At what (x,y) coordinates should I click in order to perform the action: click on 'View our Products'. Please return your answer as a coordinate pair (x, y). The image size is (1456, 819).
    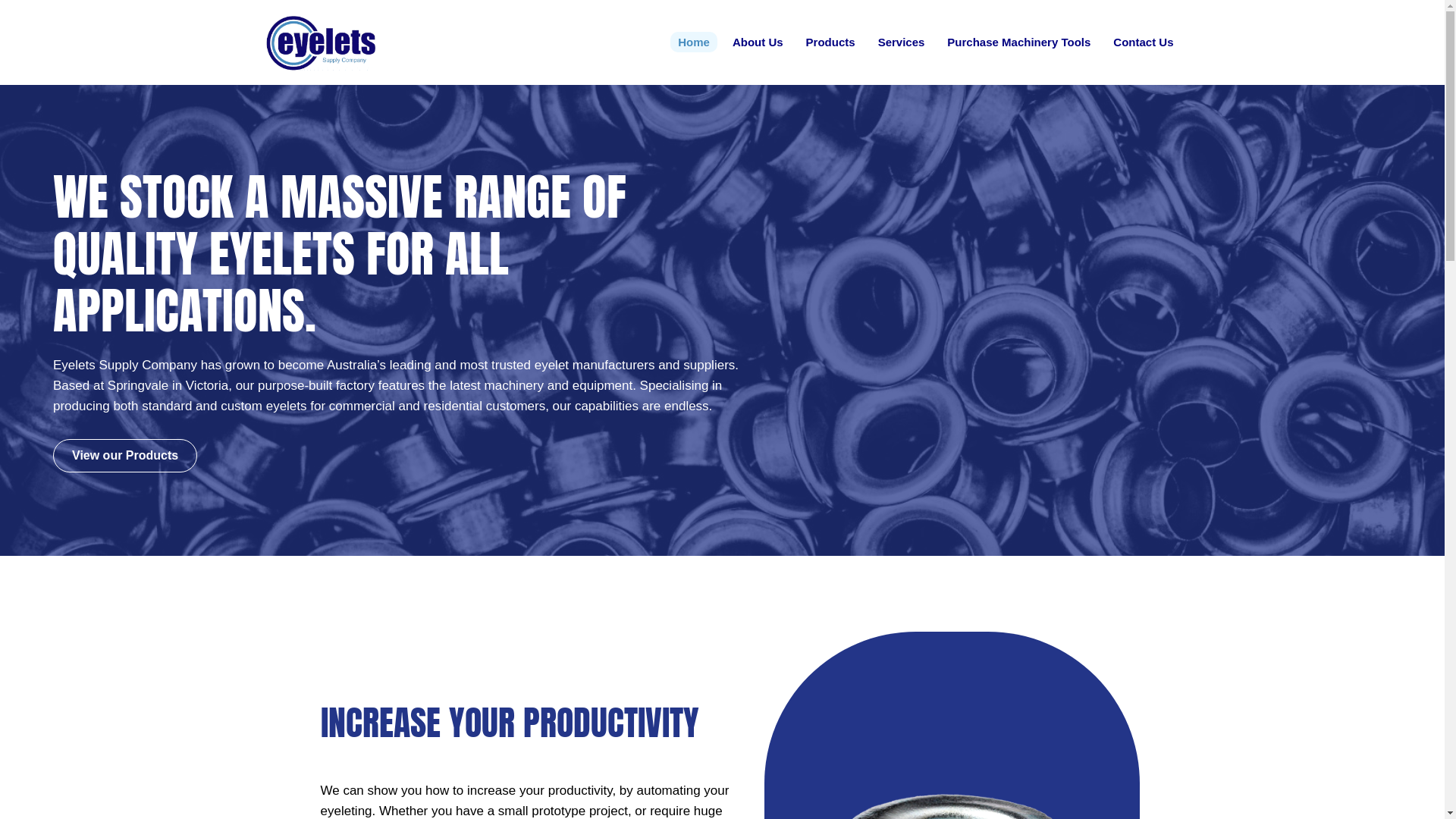
    Looking at the image, I should click on (124, 455).